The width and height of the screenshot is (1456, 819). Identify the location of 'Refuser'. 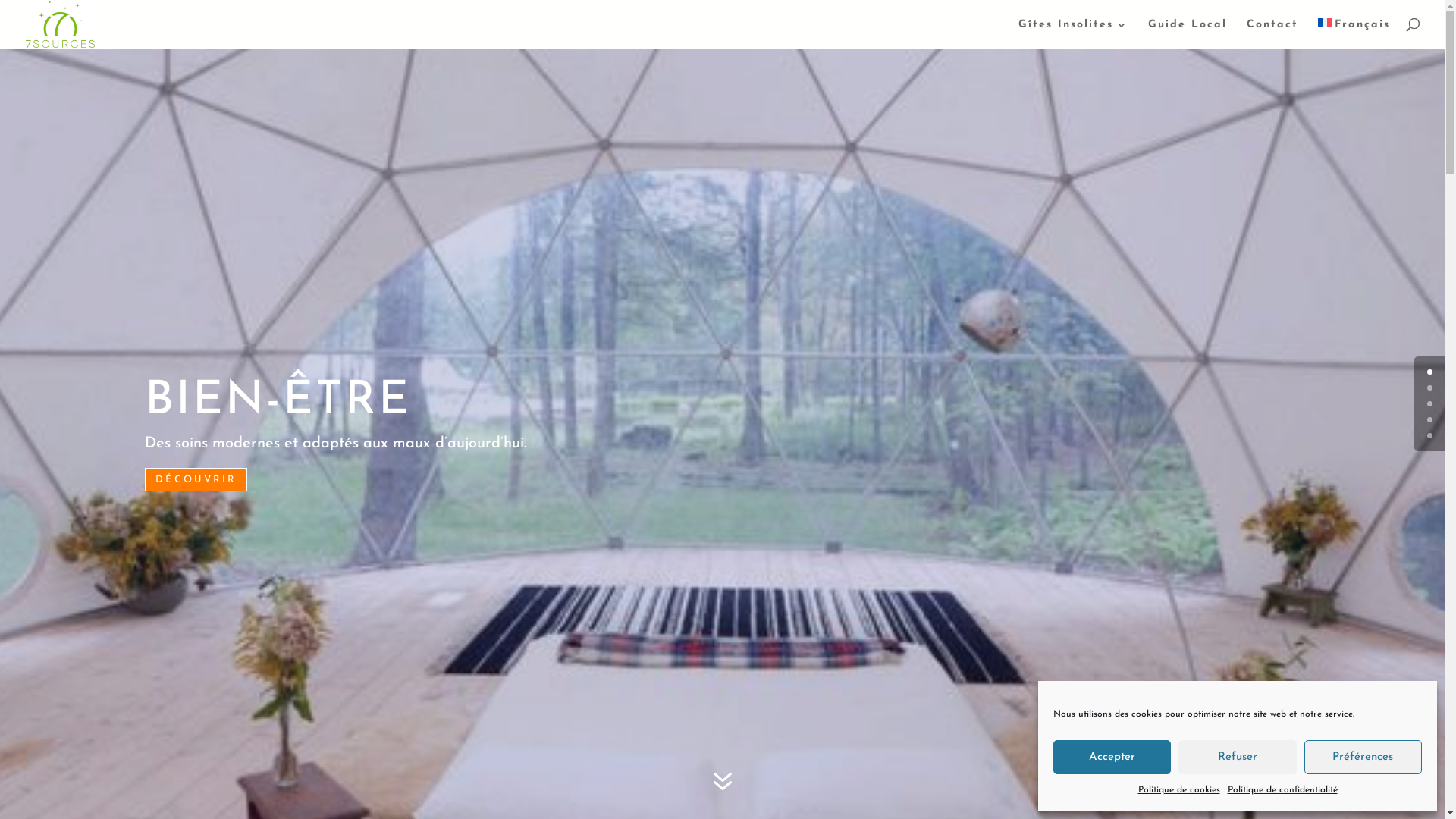
(1237, 757).